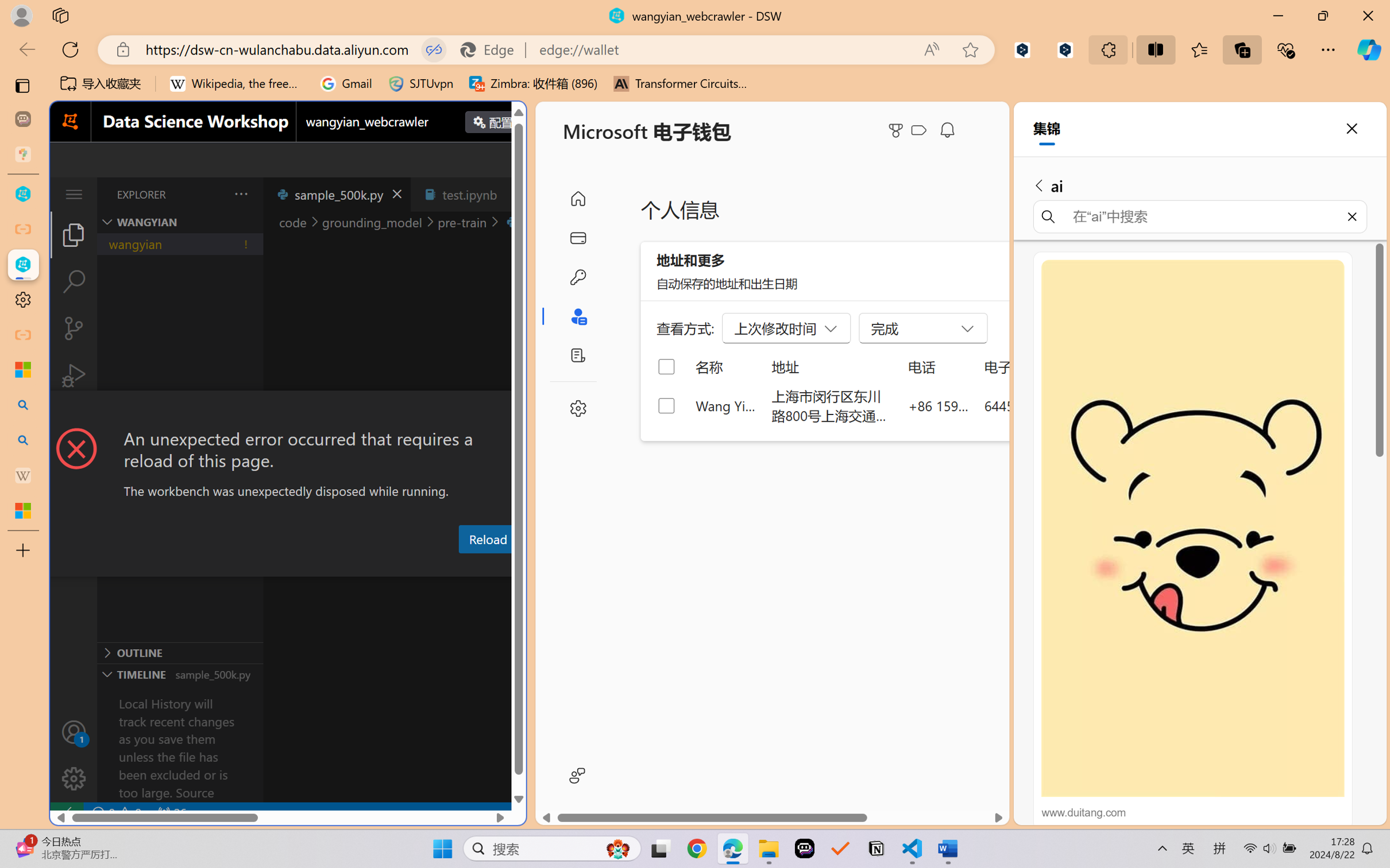  I want to click on 'Explorer actions', so click(212, 193).